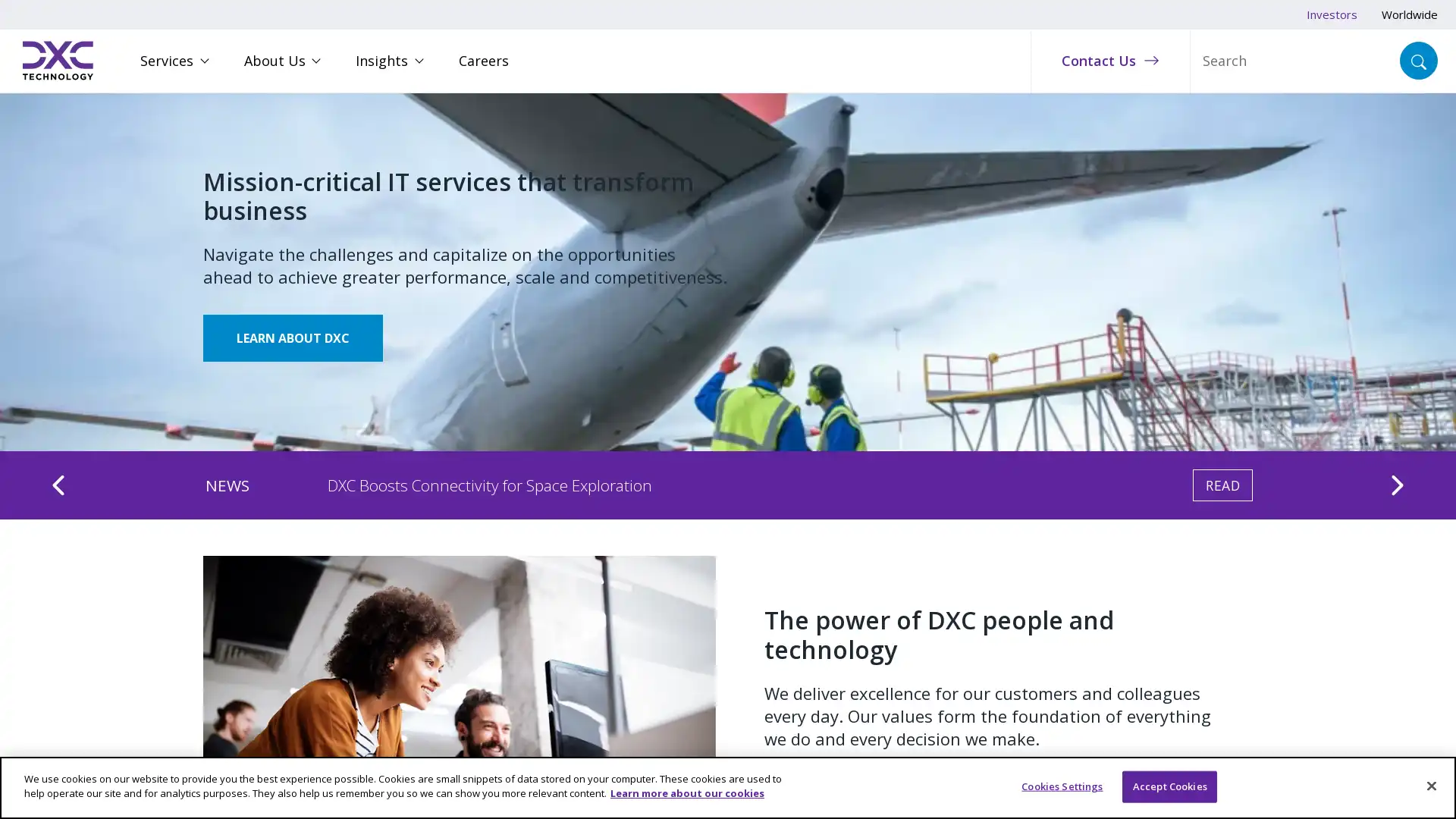 The image size is (1456, 819). What do you see at coordinates (1418, 60) in the screenshot?
I see `Search Submit` at bounding box center [1418, 60].